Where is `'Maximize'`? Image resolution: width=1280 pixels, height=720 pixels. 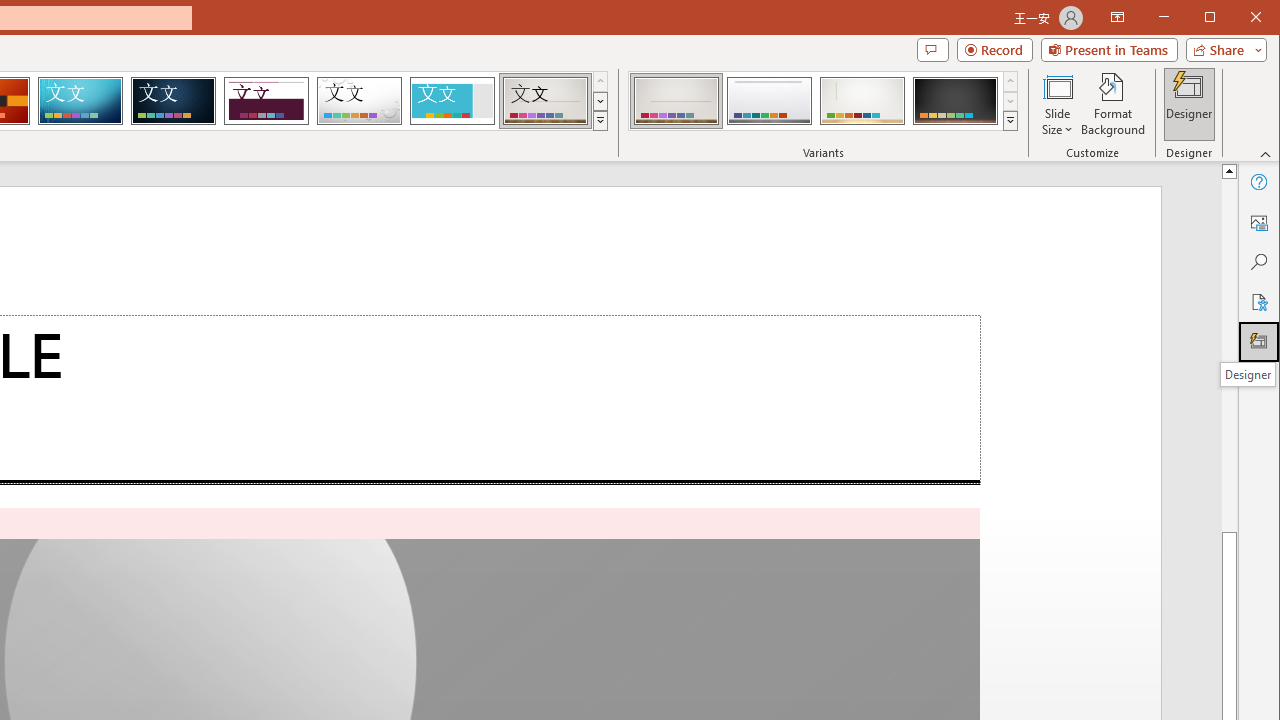
'Maximize' is located at coordinates (1238, 19).